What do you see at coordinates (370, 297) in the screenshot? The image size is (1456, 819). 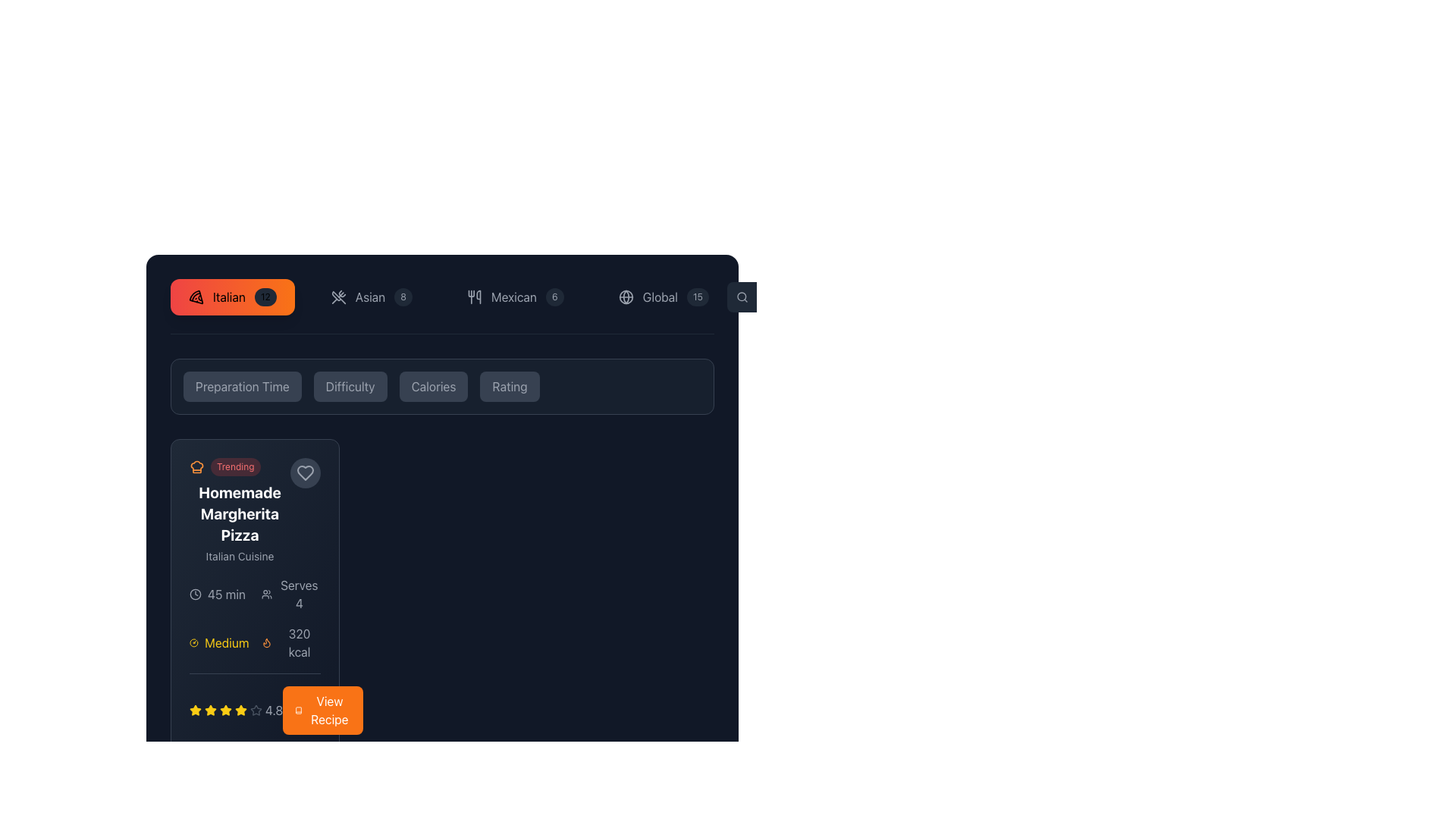 I see `the navigation label for Asian cuisine, which is positioned to the right of the Italian section and left of the Mexican label` at bounding box center [370, 297].